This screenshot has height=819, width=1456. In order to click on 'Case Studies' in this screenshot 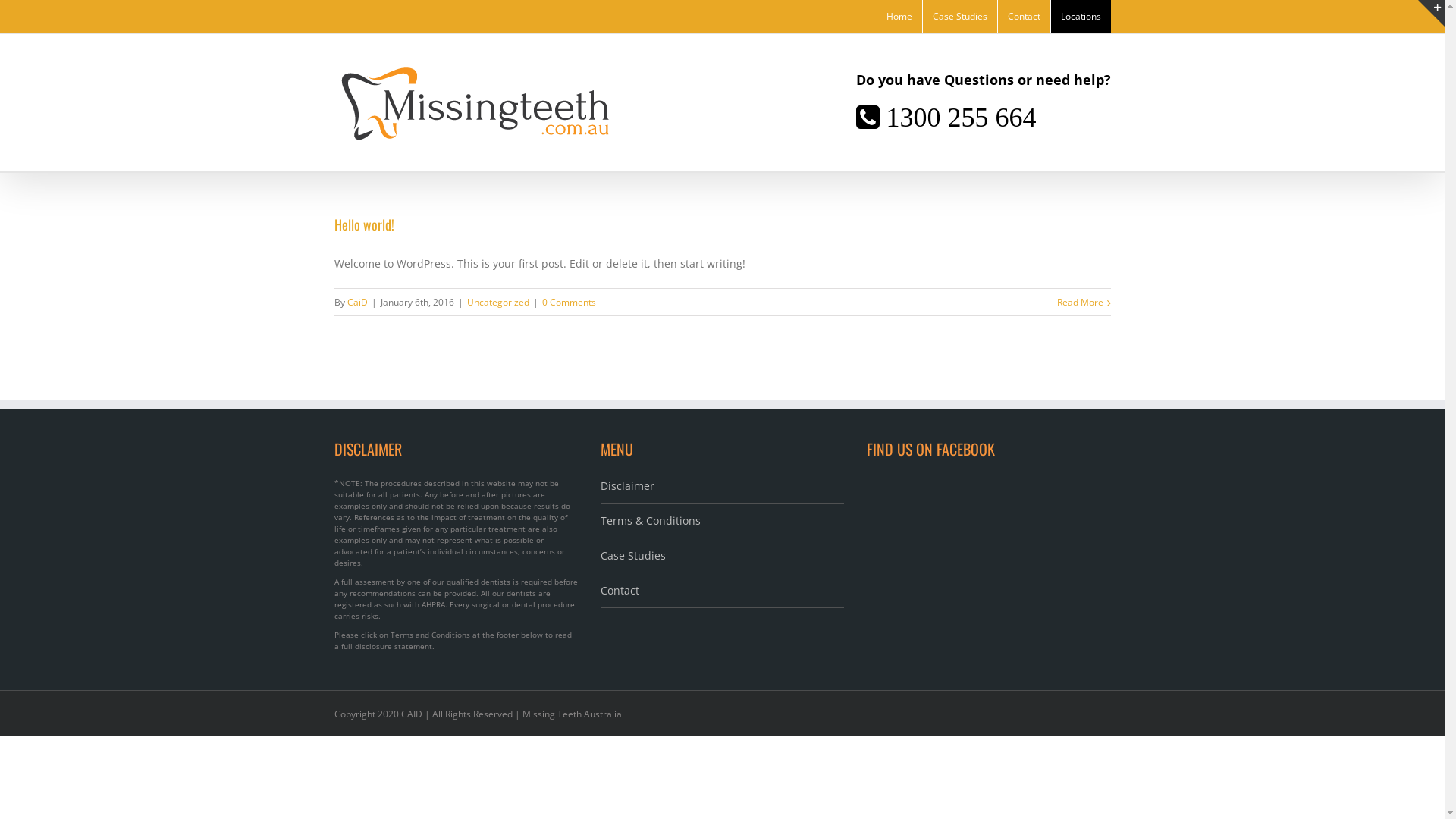, I will do `click(721, 555)`.